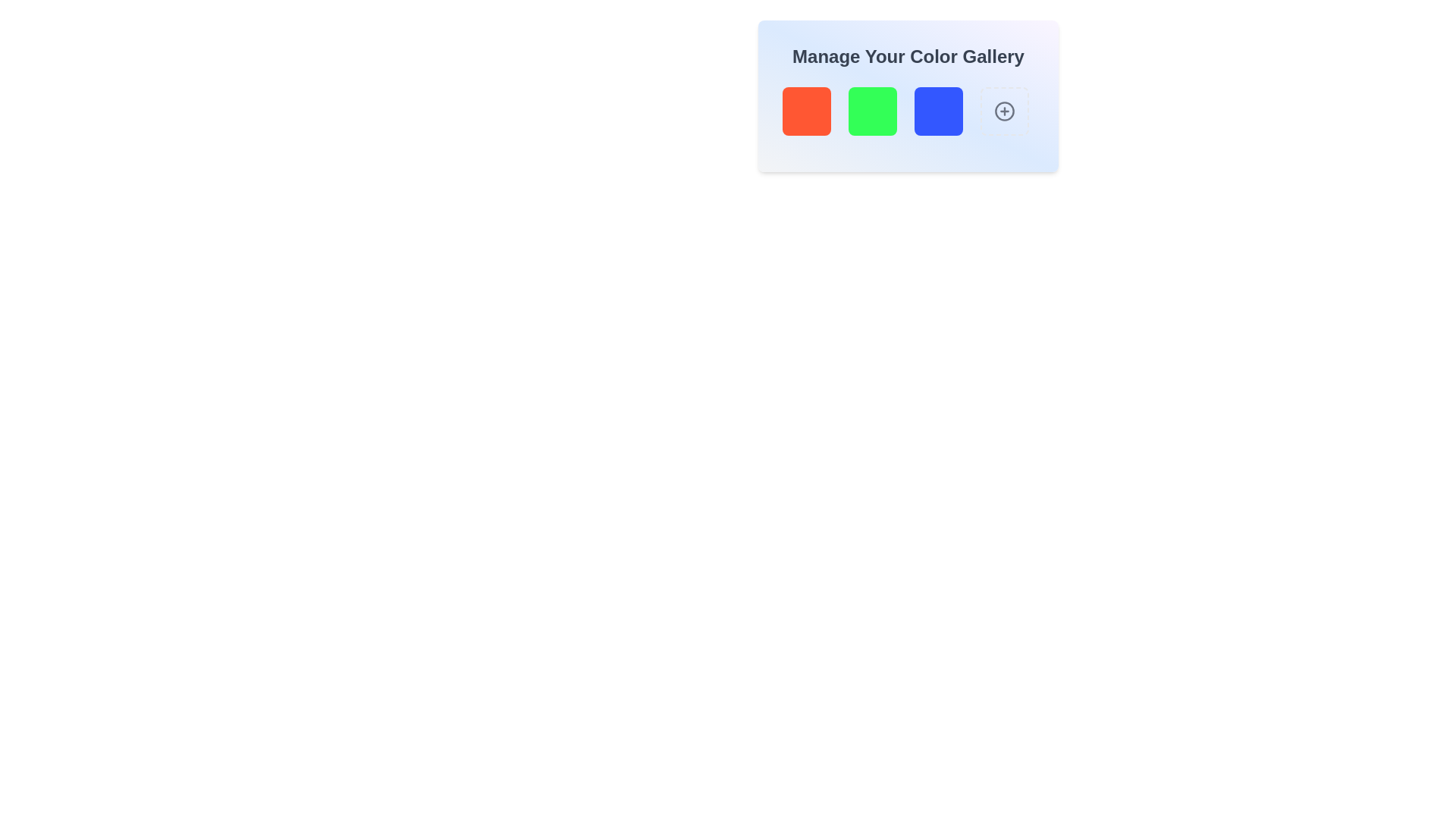 The height and width of the screenshot is (819, 1456). Describe the element at coordinates (873, 110) in the screenshot. I see `the second square button in the color gallery interface to trigger a tooltip or visual change` at that location.